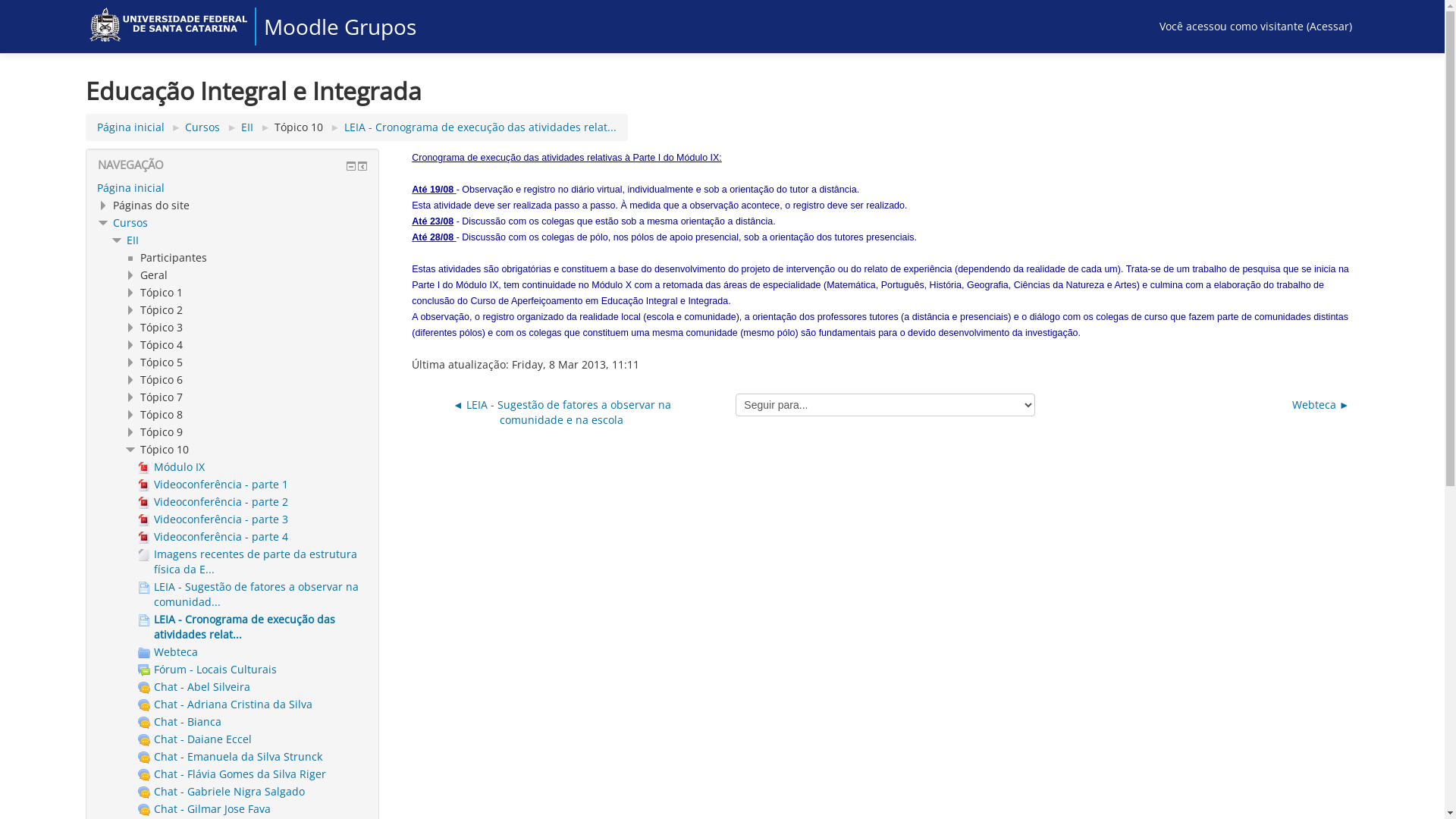 The image size is (1456, 819). I want to click on 'Chat - Daiane Eccel', so click(194, 738).